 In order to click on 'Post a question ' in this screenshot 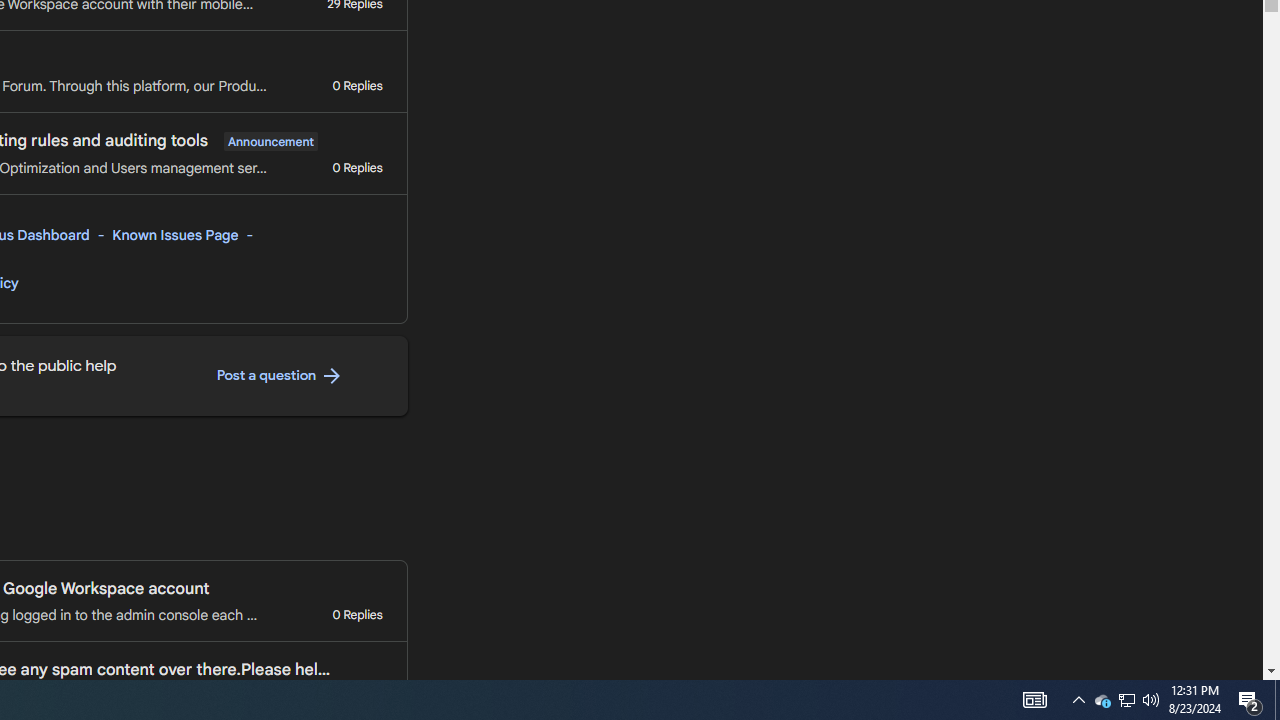, I will do `click(279, 376)`.